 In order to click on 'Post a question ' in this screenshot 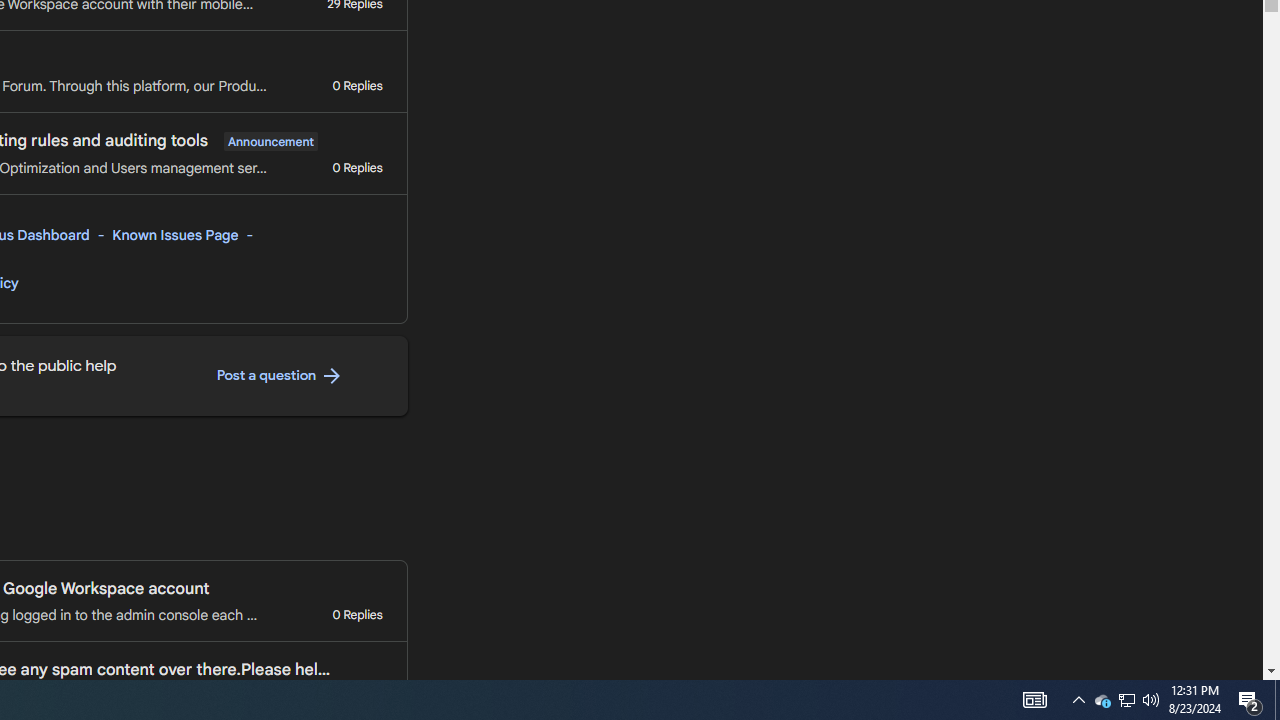, I will do `click(279, 376)`.